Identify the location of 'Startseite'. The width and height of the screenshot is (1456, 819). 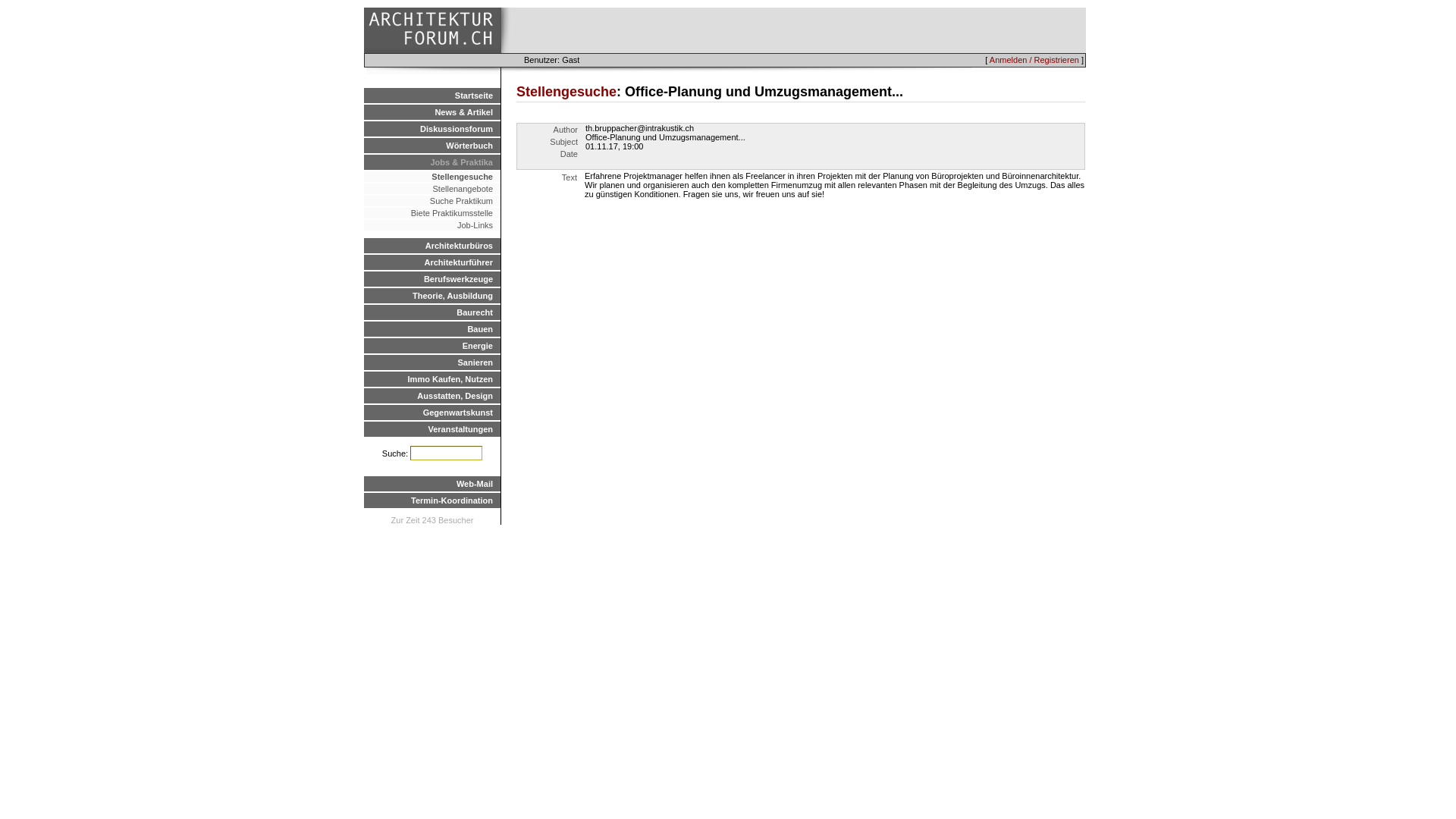
(431, 96).